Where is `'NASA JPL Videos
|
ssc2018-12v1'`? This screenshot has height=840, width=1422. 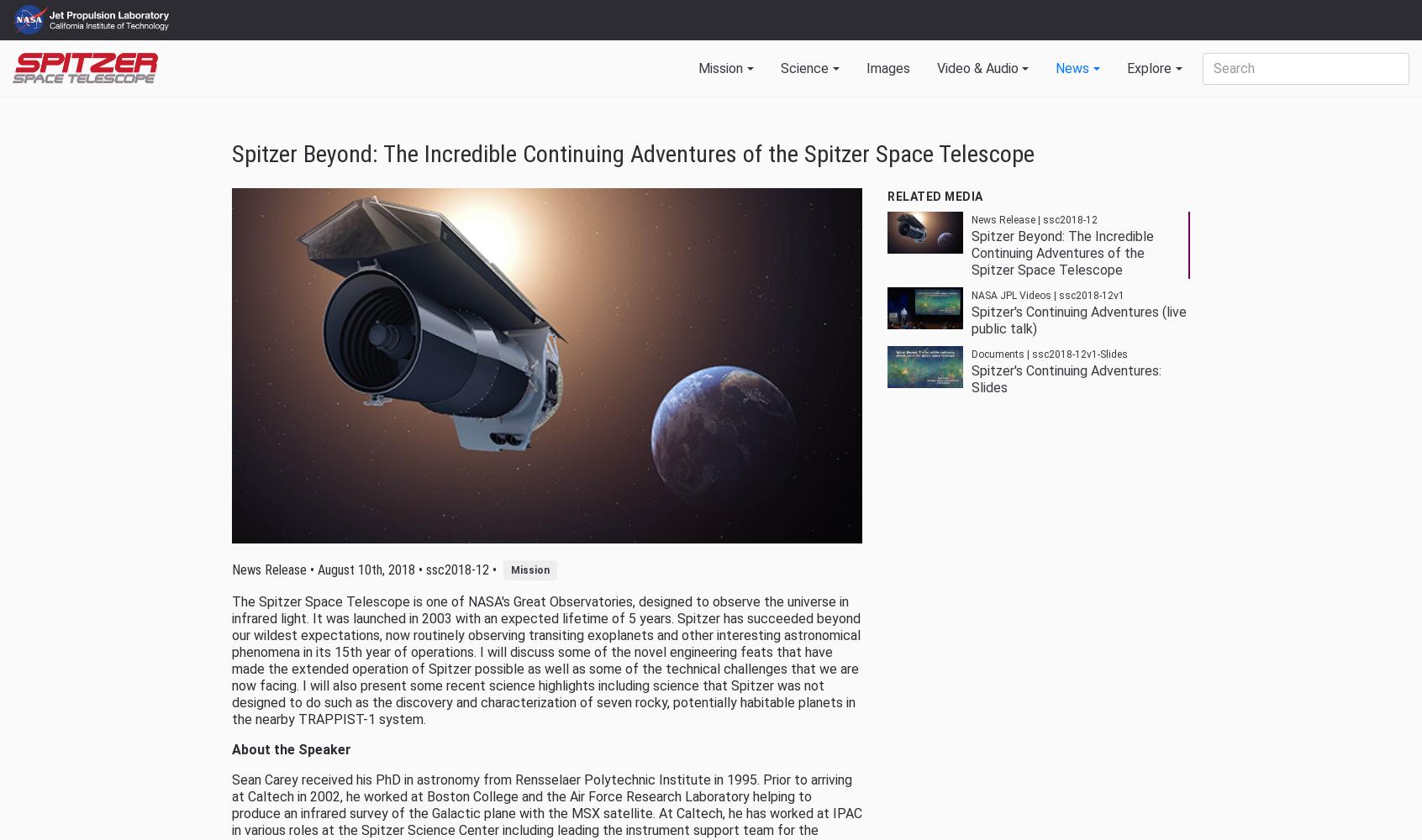
'NASA JPL Videos
|
ssc2018-12v1' is located at coordinates (1046, 295).